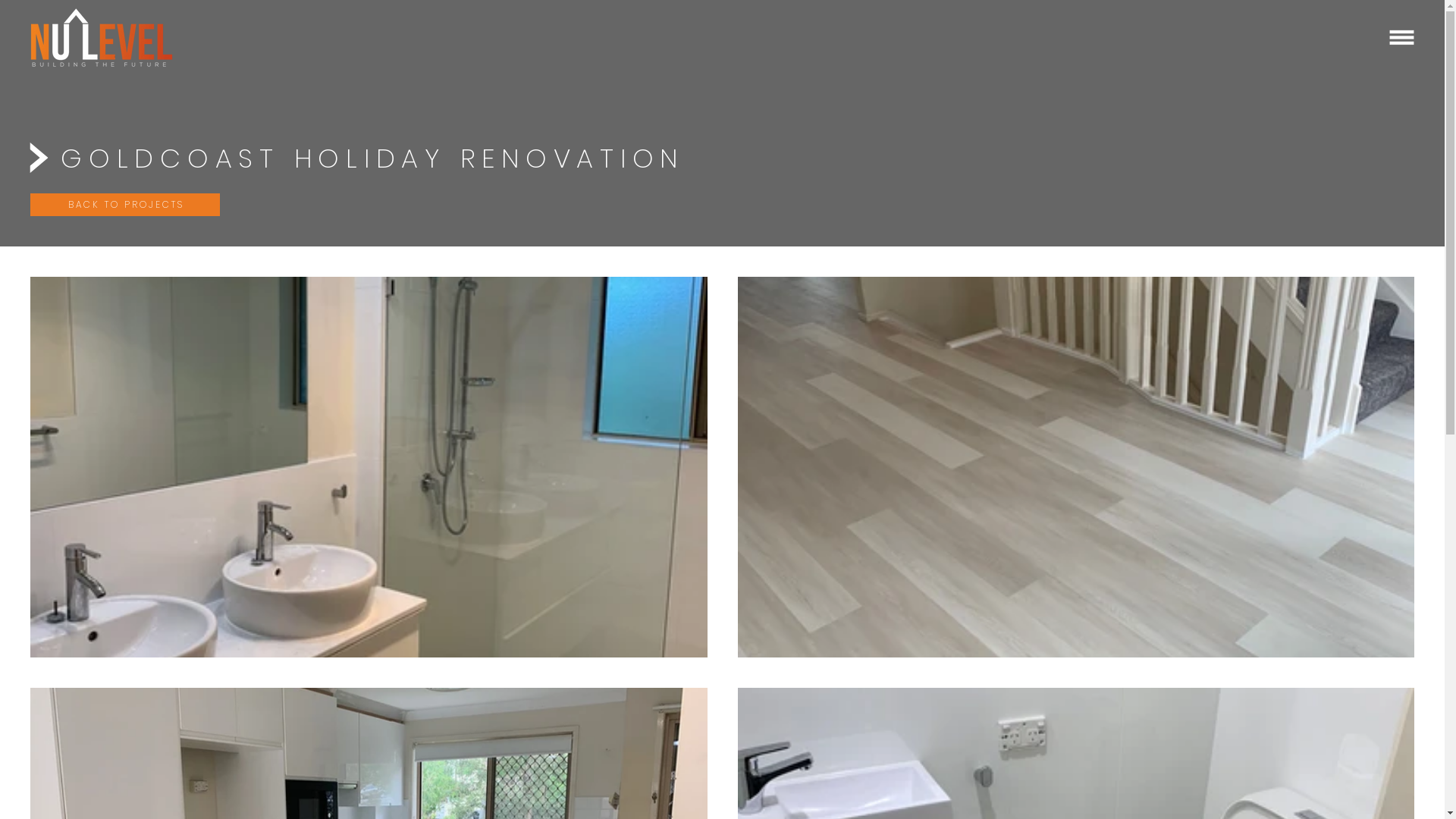 The image size is (1456, 819). Describe the element at coordinates (124, 205) in the screenshot. I see `'B A C K   T O   P R O J E C T S'` at that location.